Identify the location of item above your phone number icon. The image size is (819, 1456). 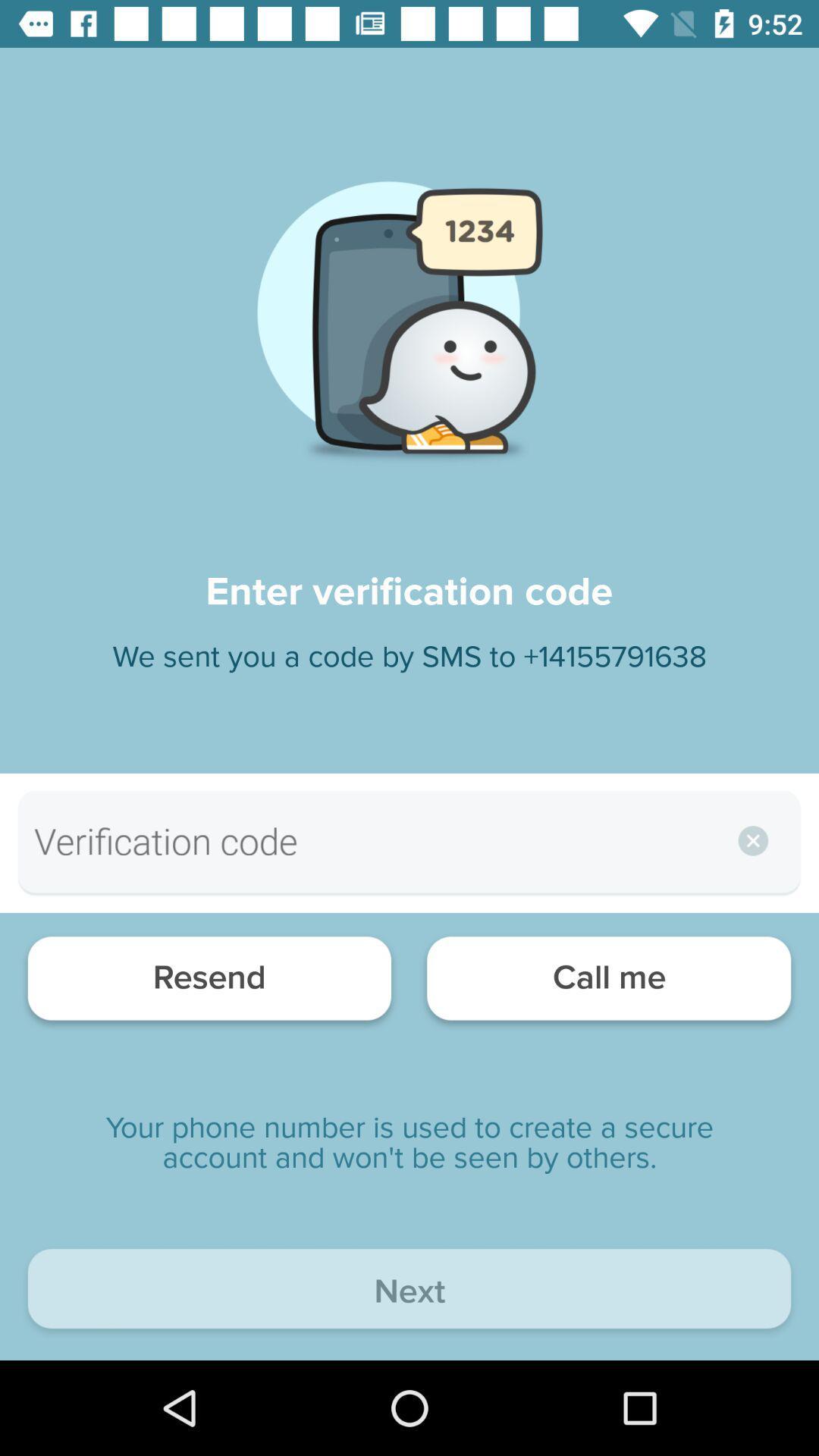
(608, 982).